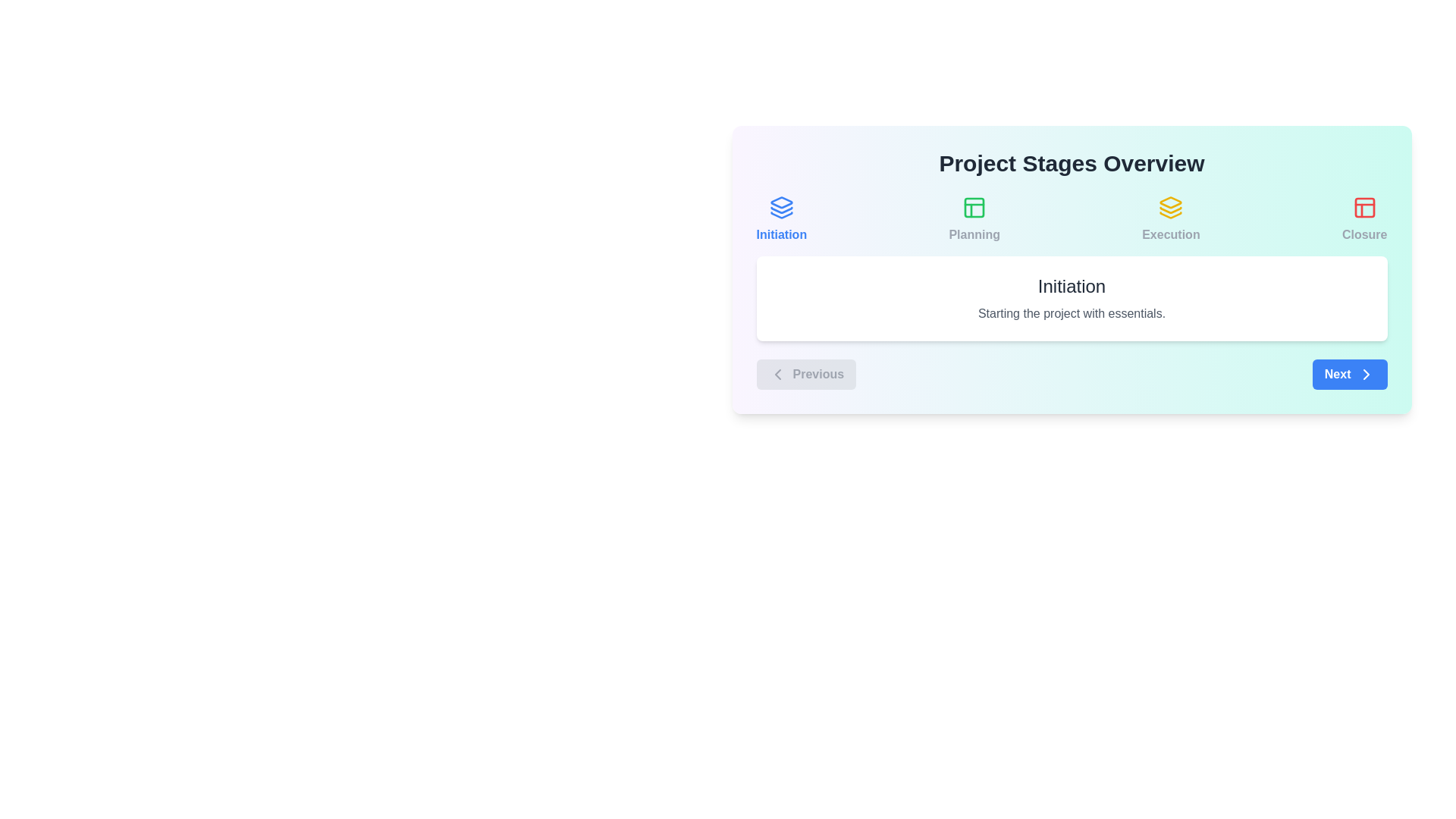  I want to click on the 'Execution' navigational link icon in the 'Project Stages Overview' section, which is the third column from the left, positioned between 'Planning' and 'Closure', so click(1170, 219).